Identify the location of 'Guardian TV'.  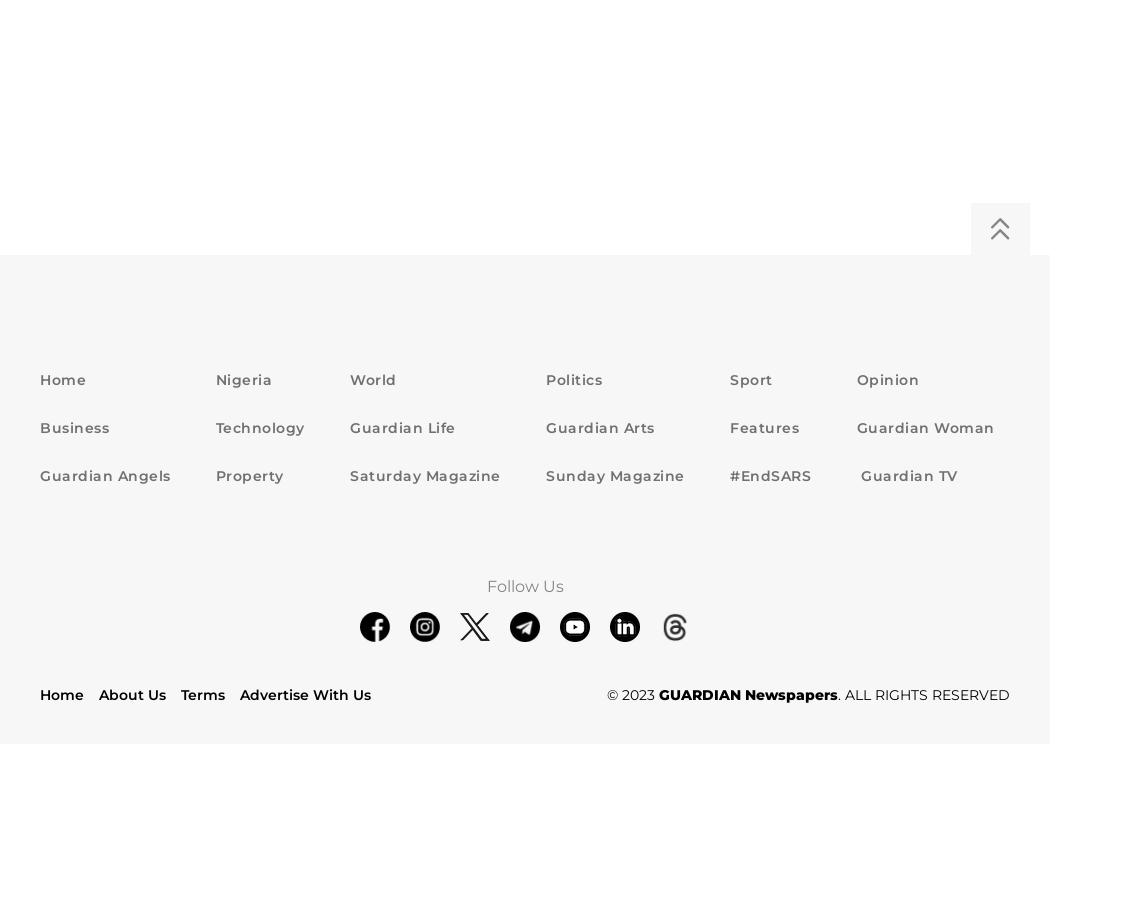
(905, 474).